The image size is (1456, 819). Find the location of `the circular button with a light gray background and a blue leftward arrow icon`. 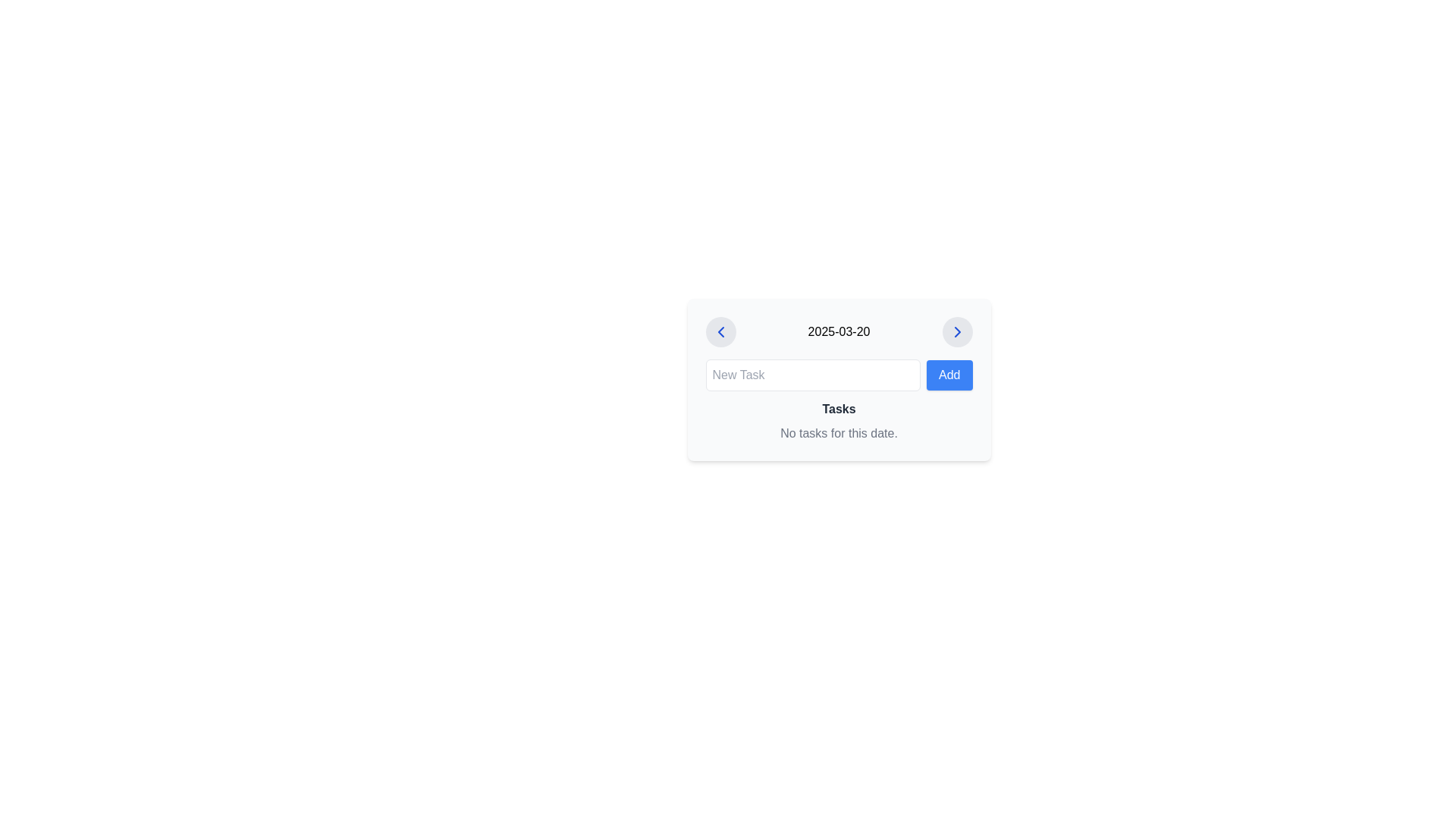

the circular button with a light gray background and a blue leftward arrow icon is located at coordinates (720, 331).